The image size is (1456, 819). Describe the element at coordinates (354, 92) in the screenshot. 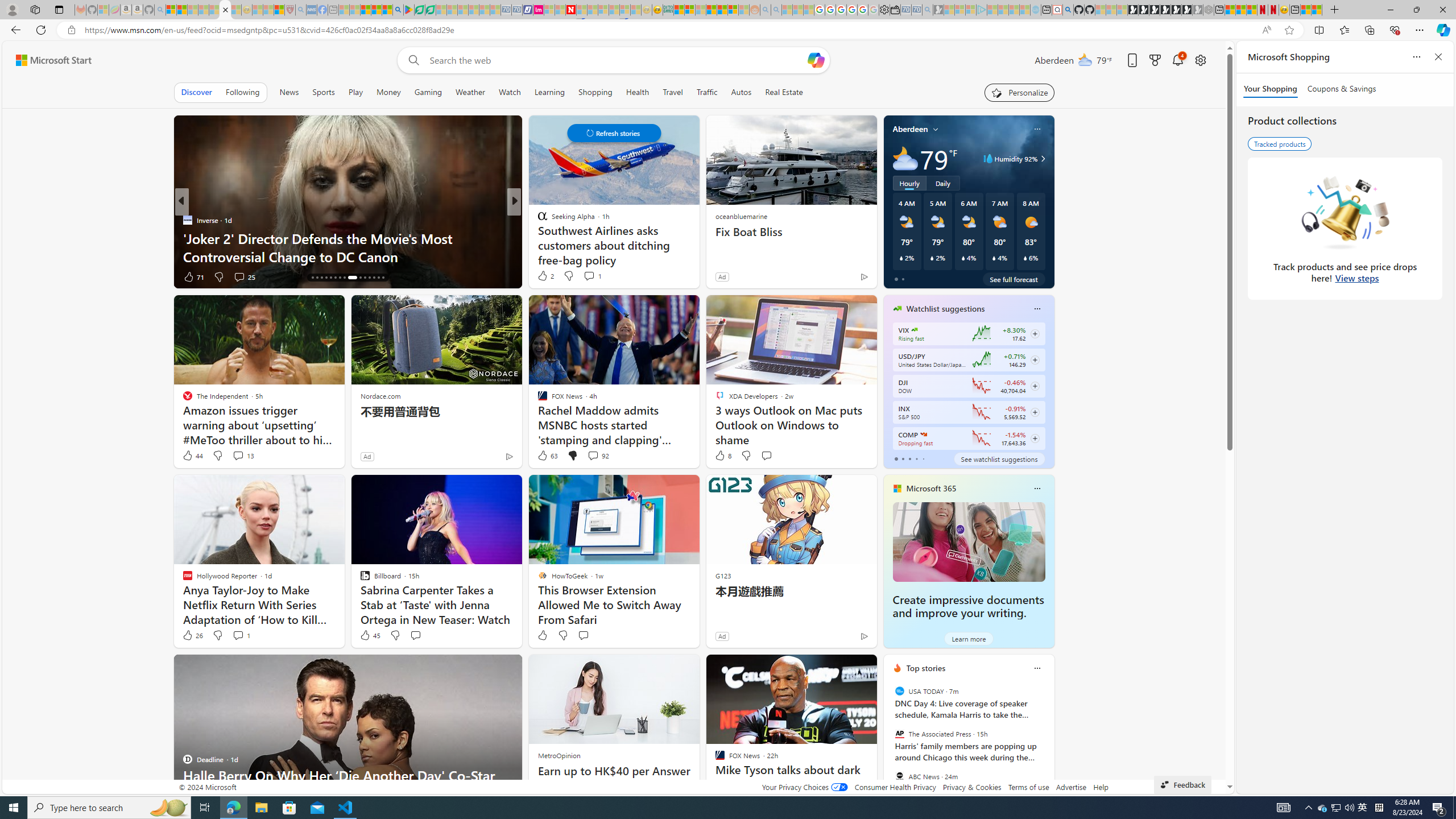

I see `'Play'` at that location.